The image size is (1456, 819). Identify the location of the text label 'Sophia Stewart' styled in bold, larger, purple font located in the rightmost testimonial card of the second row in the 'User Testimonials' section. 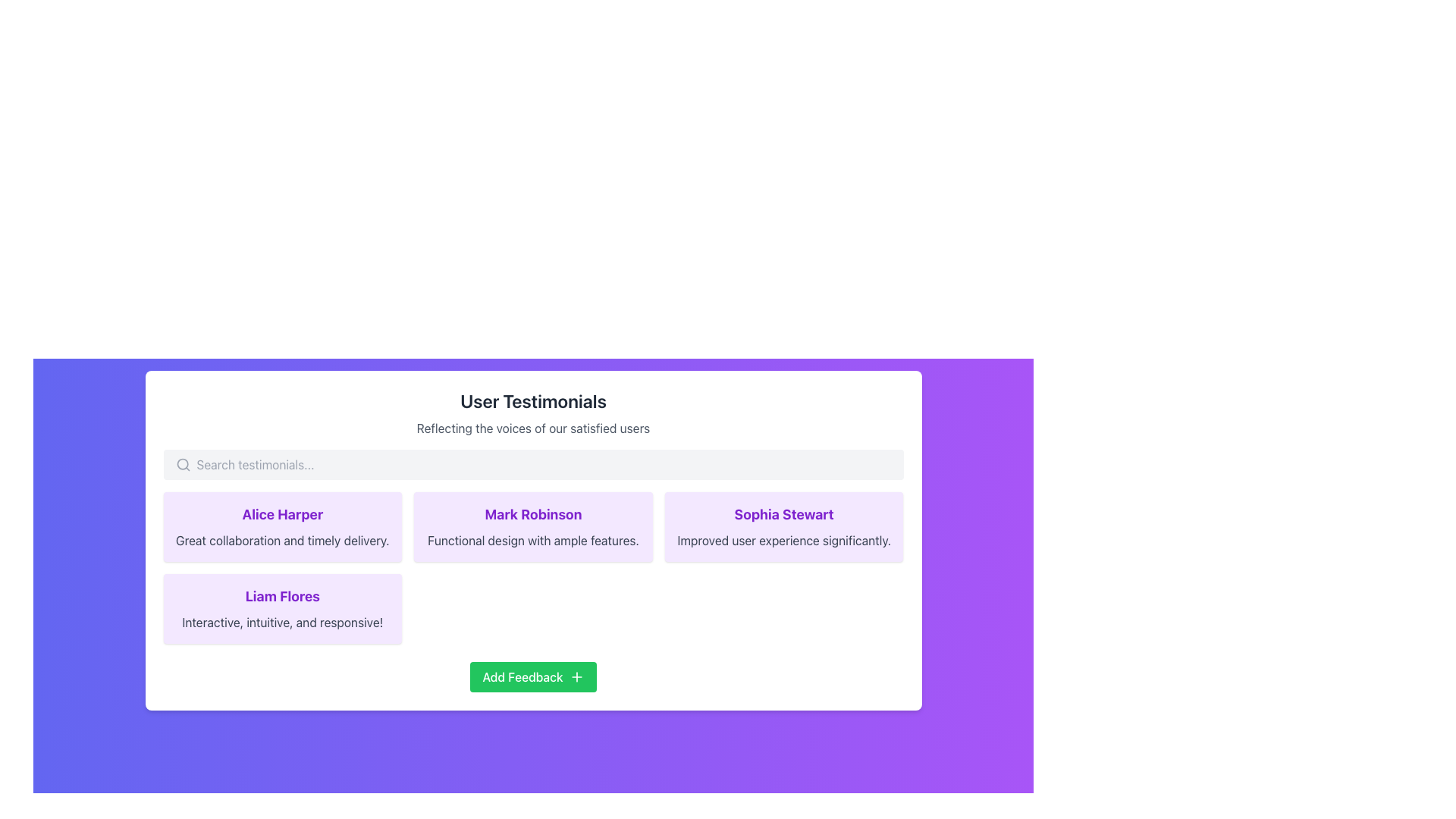
(784, 513).